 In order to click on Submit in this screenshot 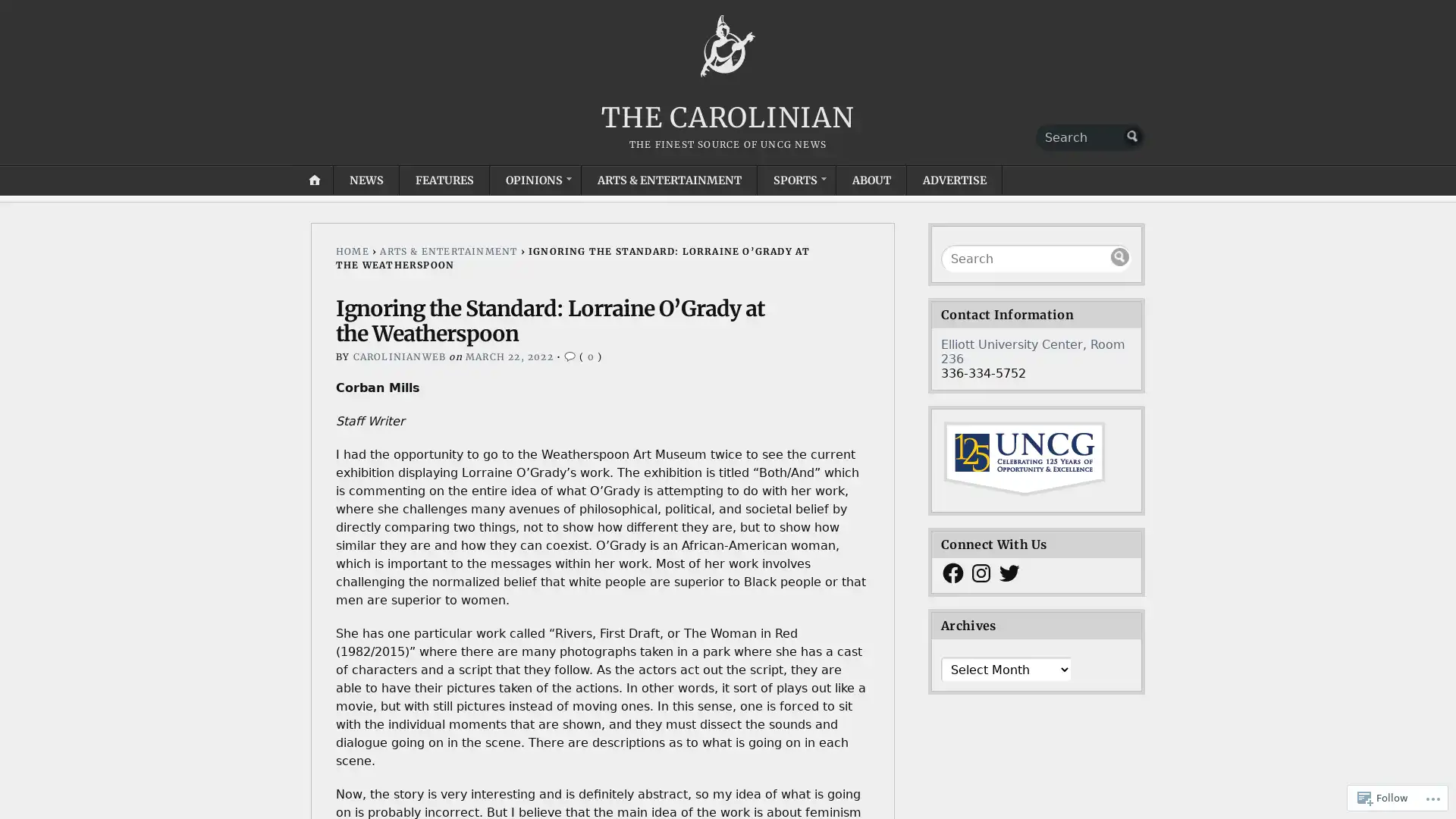, I will do `click(1132, 136)`.